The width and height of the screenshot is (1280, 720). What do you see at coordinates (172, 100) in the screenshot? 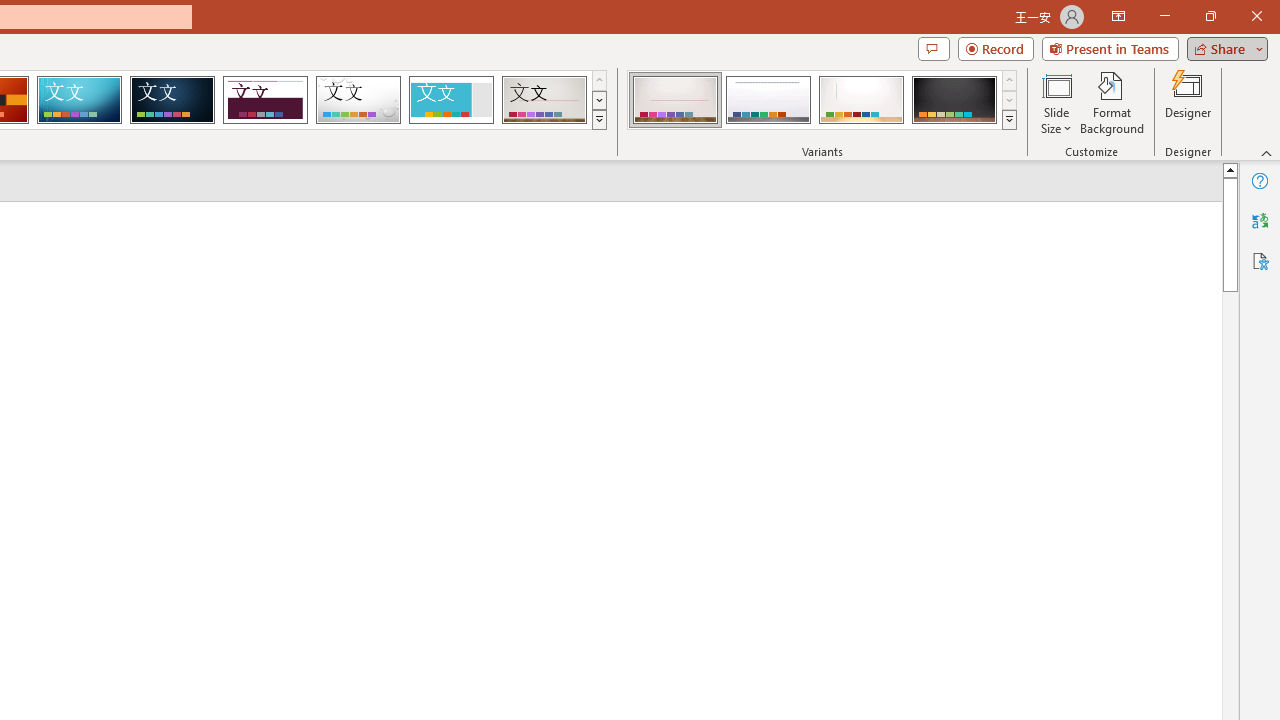
I see `'Damask'` at bounding box center [172, 100].